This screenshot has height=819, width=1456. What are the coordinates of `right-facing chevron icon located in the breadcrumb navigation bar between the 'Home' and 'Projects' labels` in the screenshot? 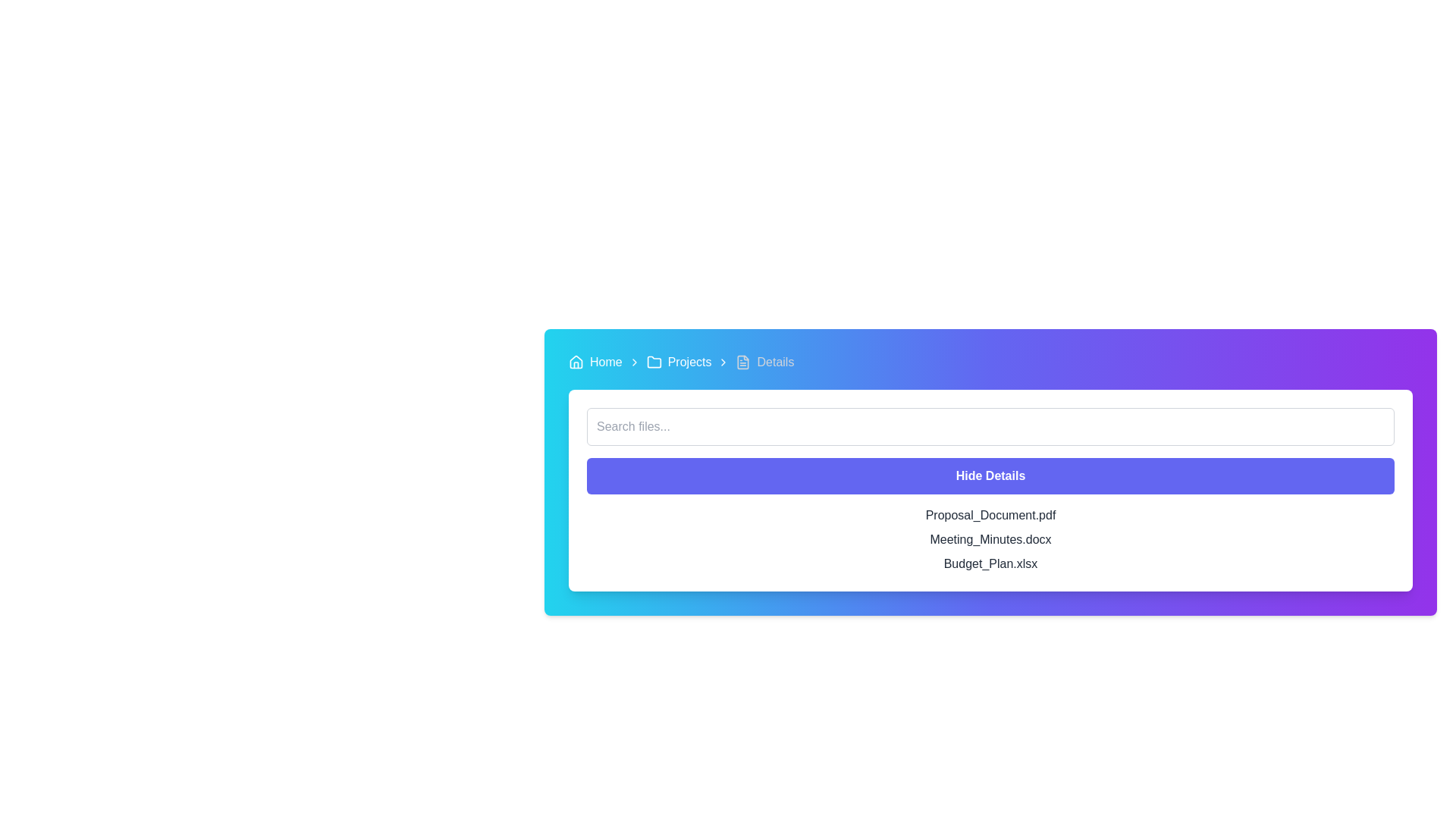 It's located at (634, 362).